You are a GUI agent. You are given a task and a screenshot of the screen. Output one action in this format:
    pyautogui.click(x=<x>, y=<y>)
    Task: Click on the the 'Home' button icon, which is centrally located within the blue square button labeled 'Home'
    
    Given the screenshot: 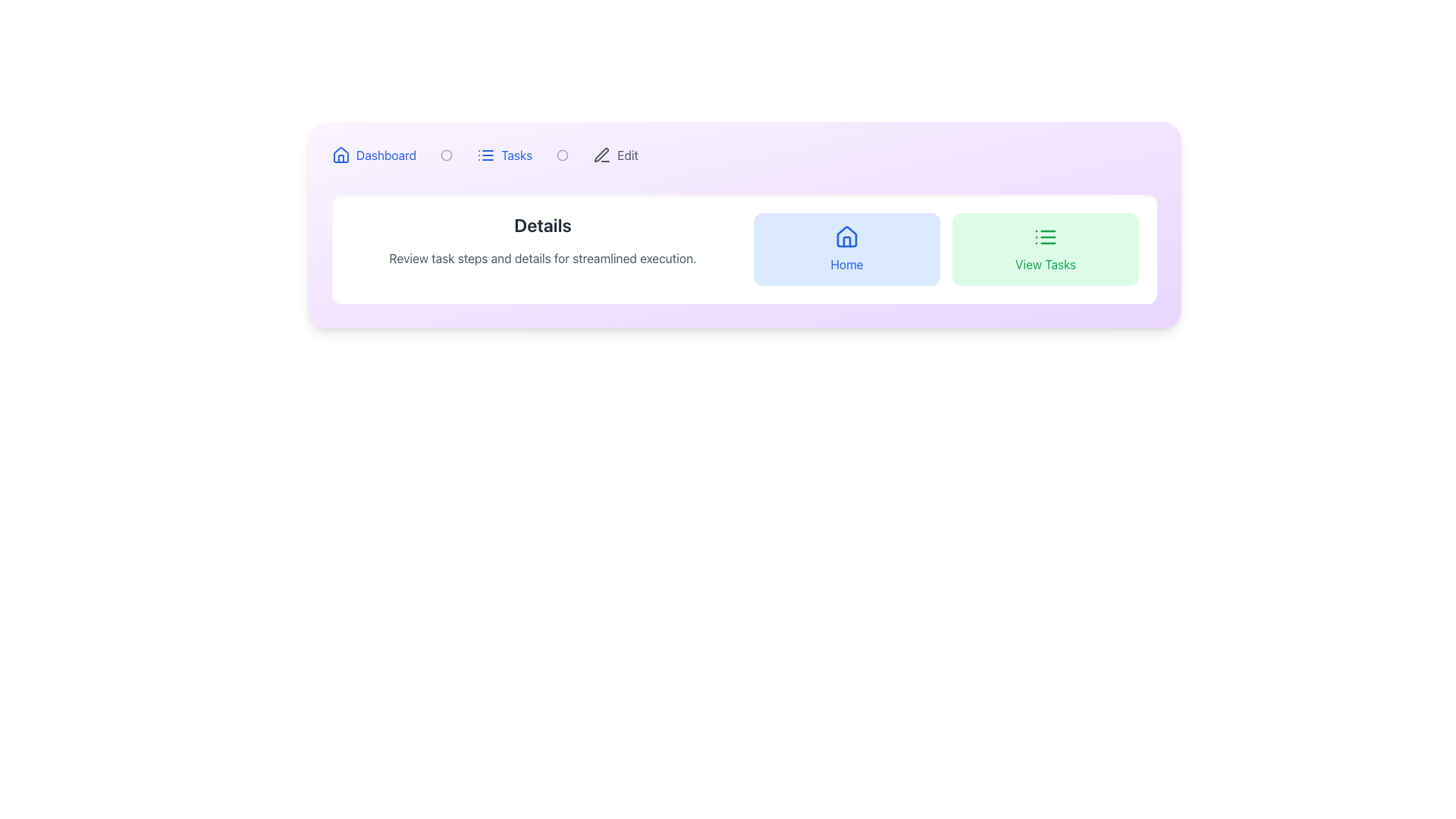 What is the action you would take?
    pyautogui.click(x=846, y=237)
    